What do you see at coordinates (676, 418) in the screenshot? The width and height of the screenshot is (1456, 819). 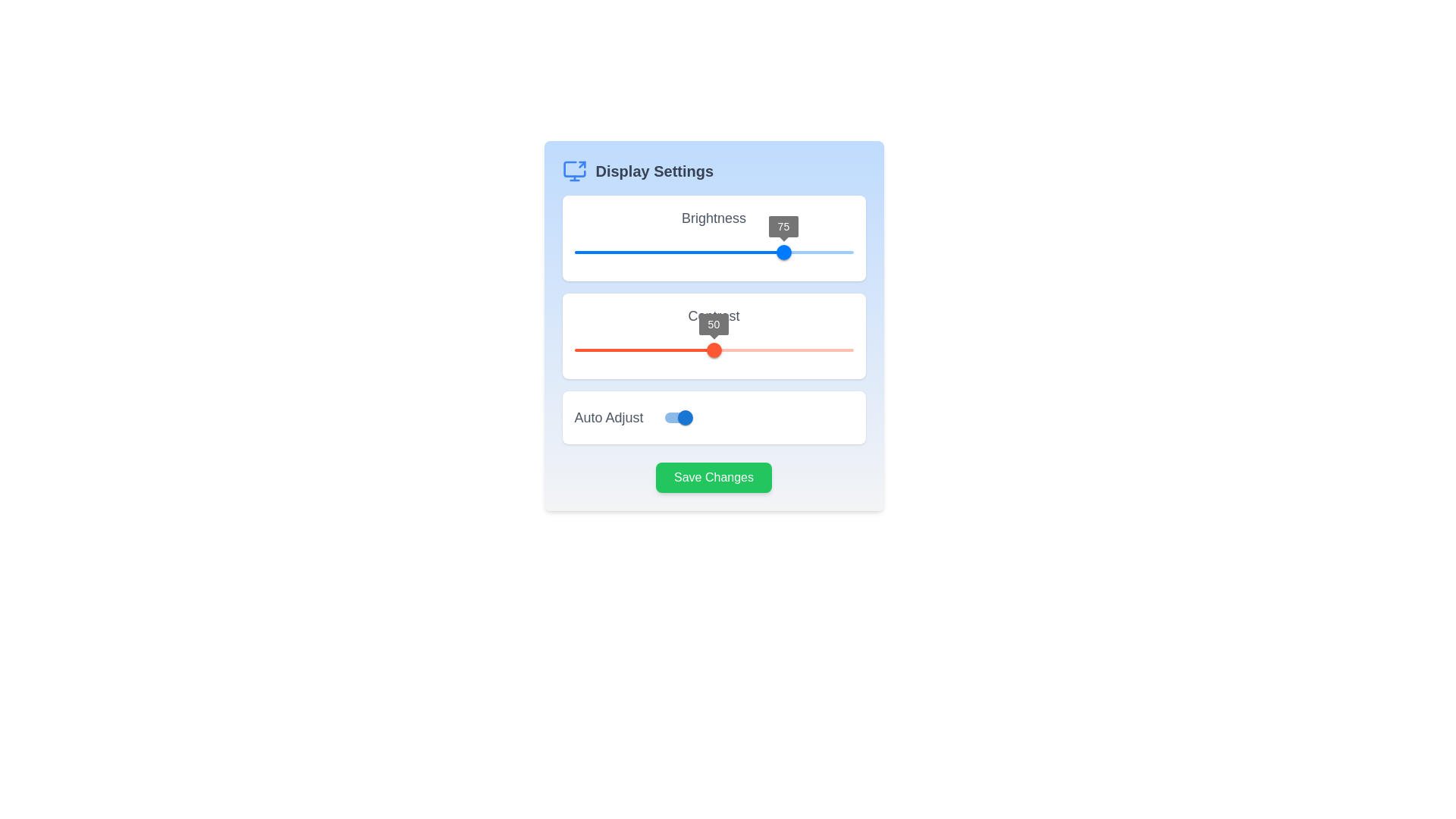 I see `the toggle switch track located` at bounding box center [676, 418].